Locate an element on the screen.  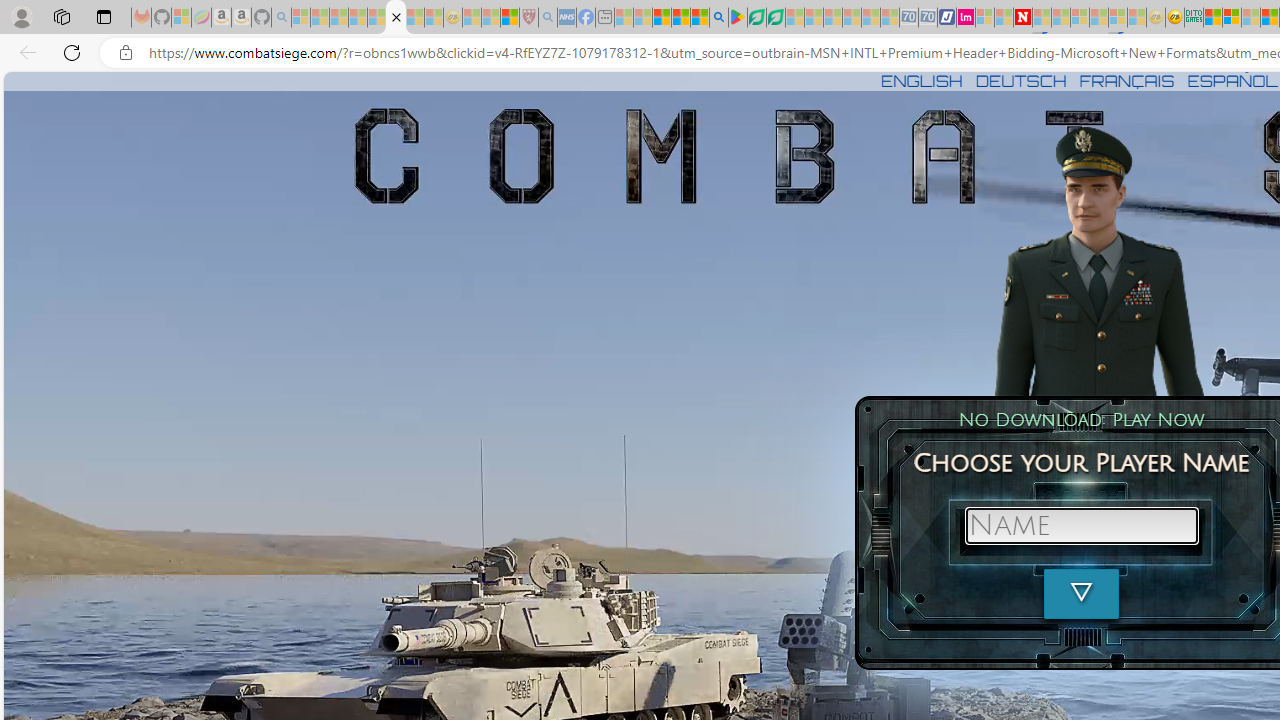
'Cheap Hotels - Save70.com - Sleeping' is located at coordinates (927, 17).